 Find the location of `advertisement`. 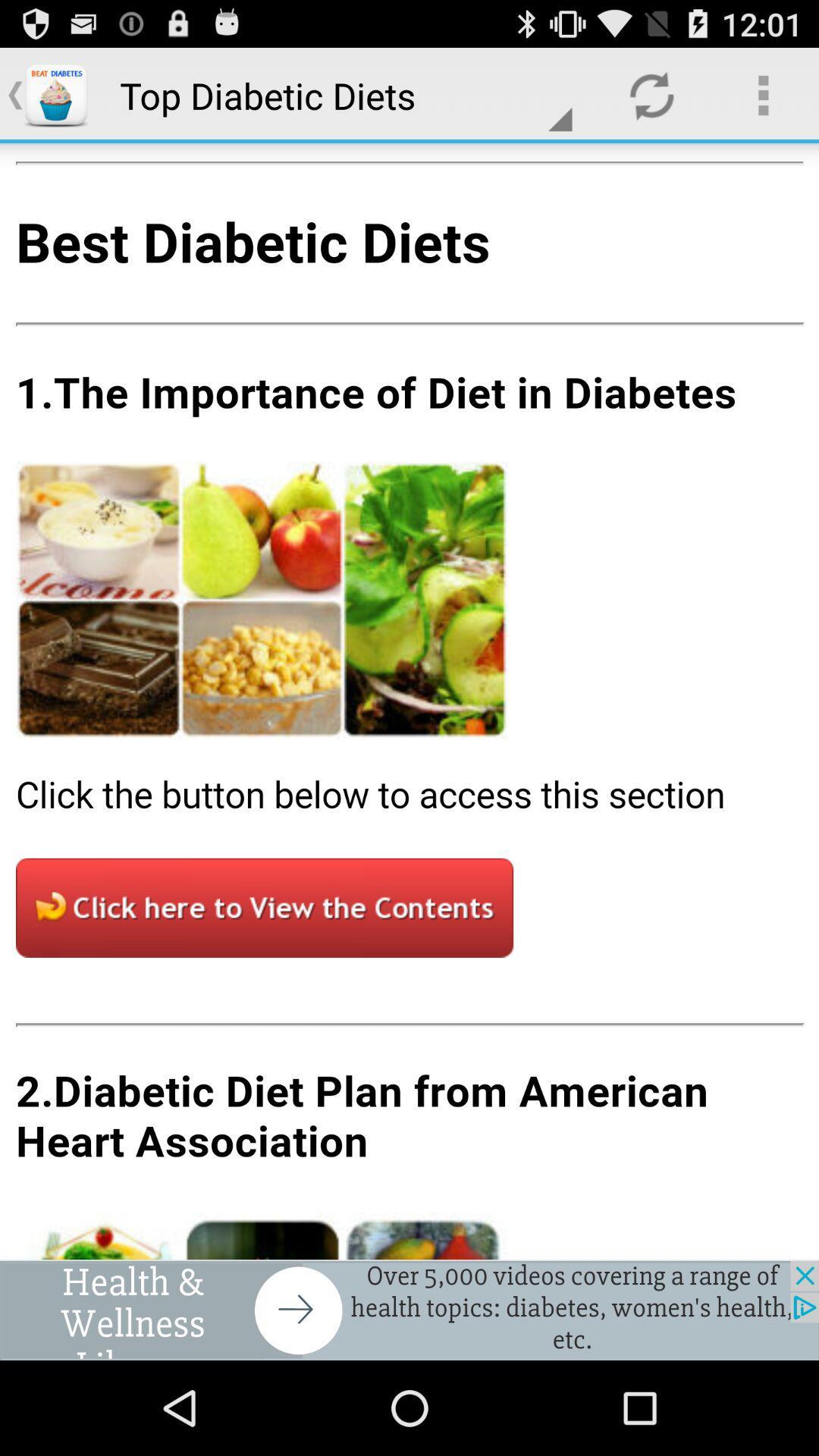

advertisement is located at coordinates (409, 1310).